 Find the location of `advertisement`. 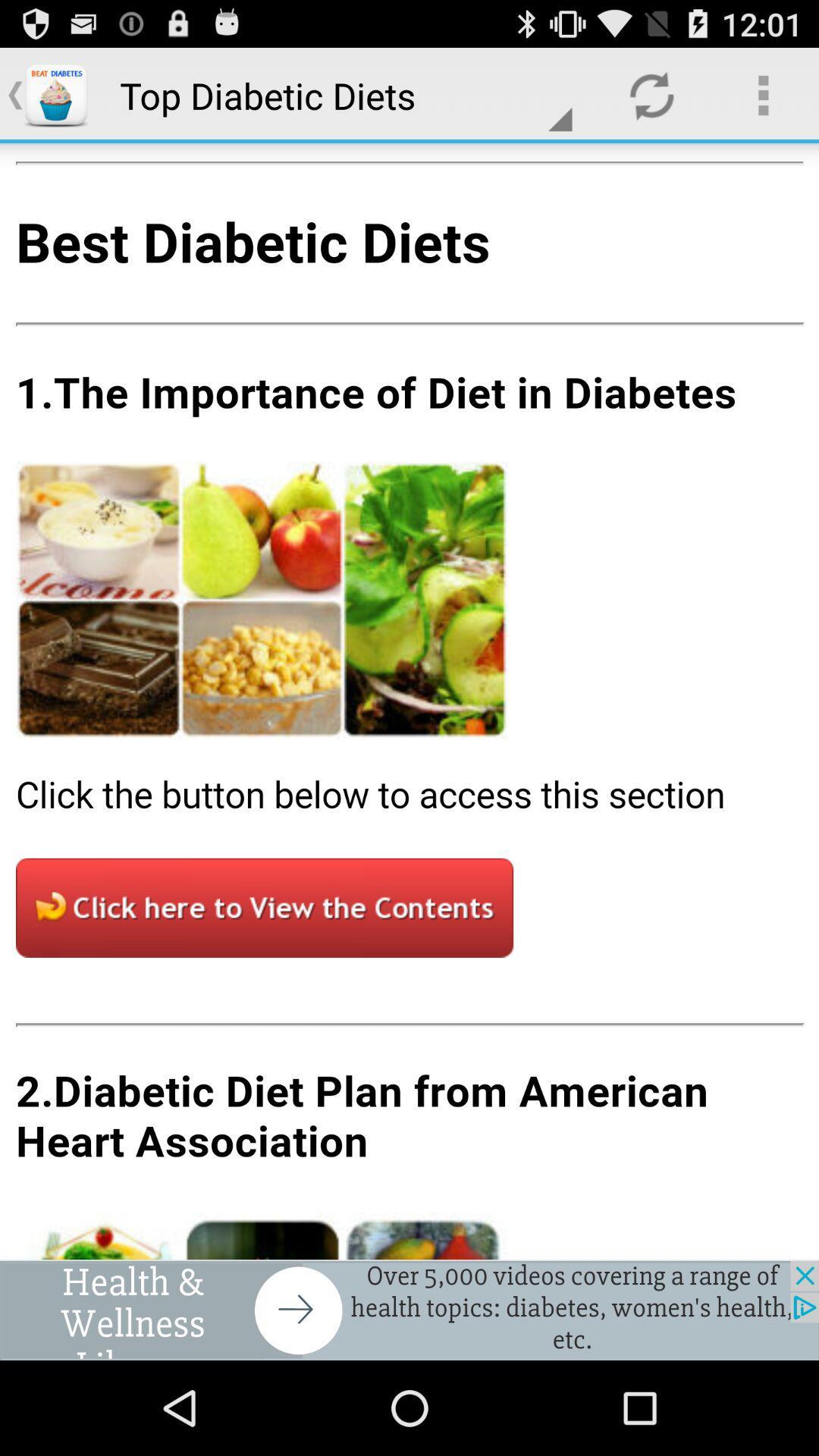

advertisement is located at coordinates (409, 1310).